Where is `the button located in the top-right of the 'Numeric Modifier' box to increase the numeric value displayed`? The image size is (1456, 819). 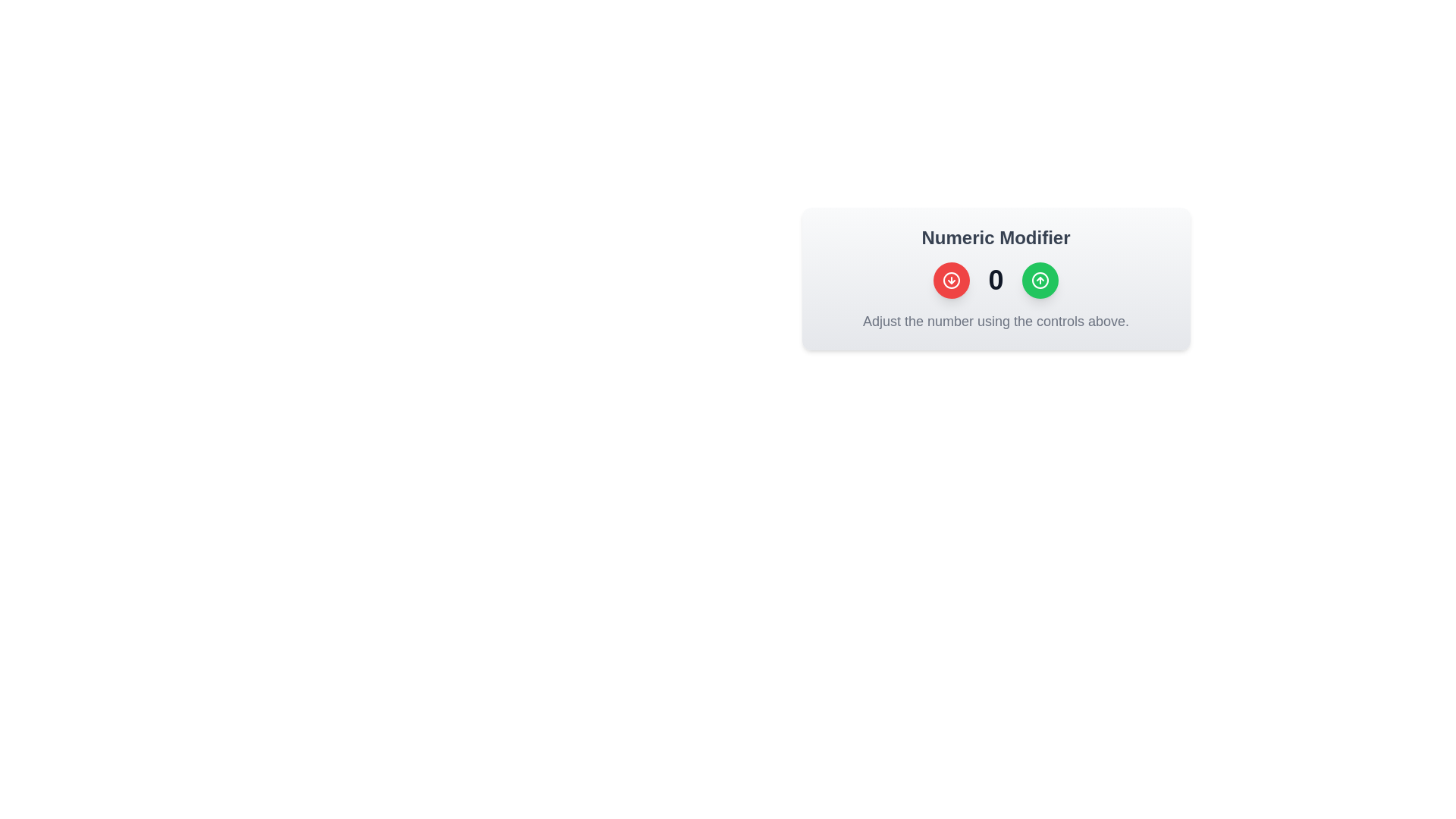
the button located in the top-right of the 'Numeric Modifier' box to increase the numeric value displayed is located at coordinates (1039, 281).